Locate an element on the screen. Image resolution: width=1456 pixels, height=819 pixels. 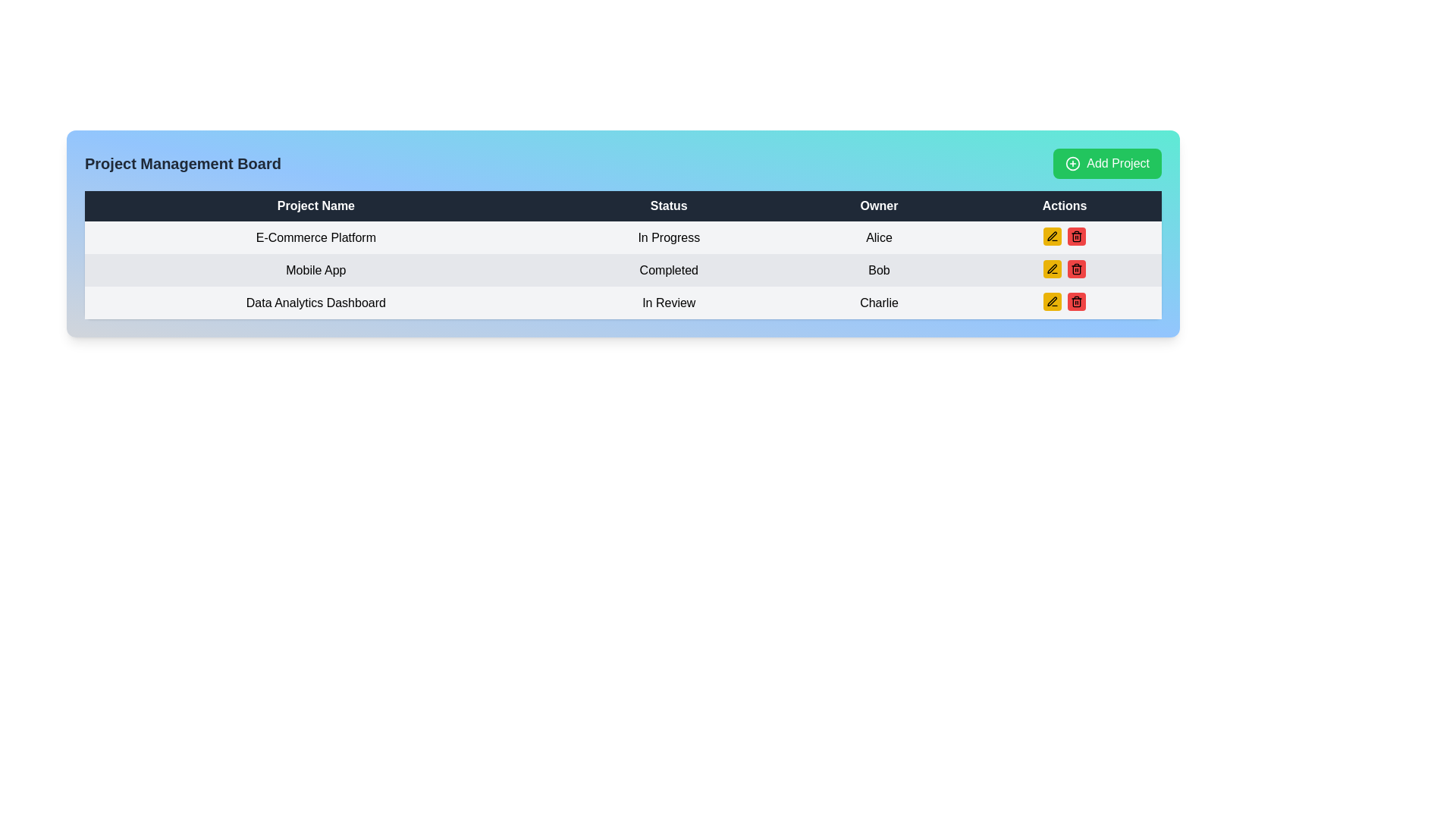
the edit icon button in the 'Actions' column of the 'Mobile App' row is located at coordinates (1051, 268).